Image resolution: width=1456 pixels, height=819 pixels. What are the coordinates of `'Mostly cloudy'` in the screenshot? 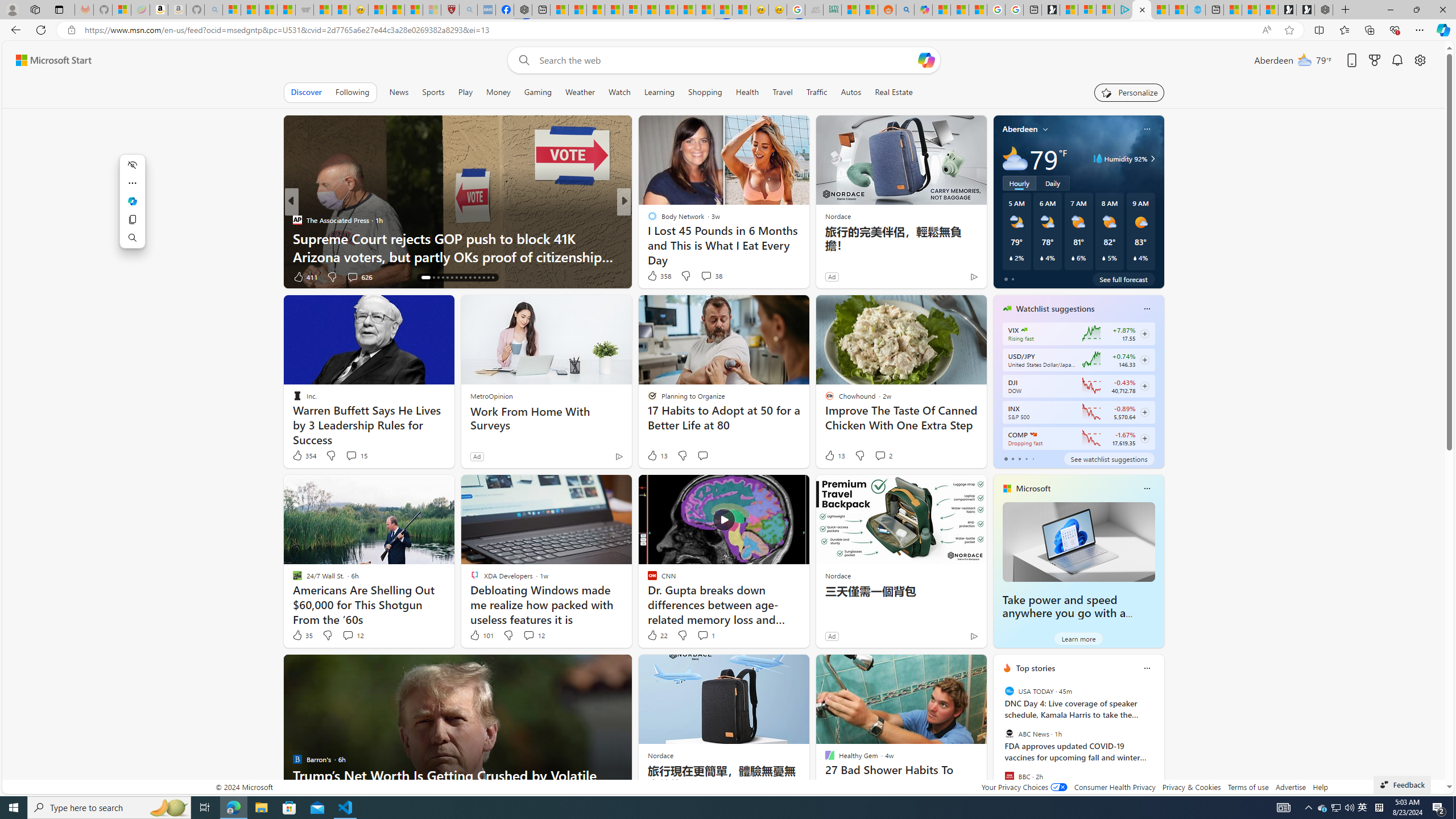 It's located at (1015, 158).